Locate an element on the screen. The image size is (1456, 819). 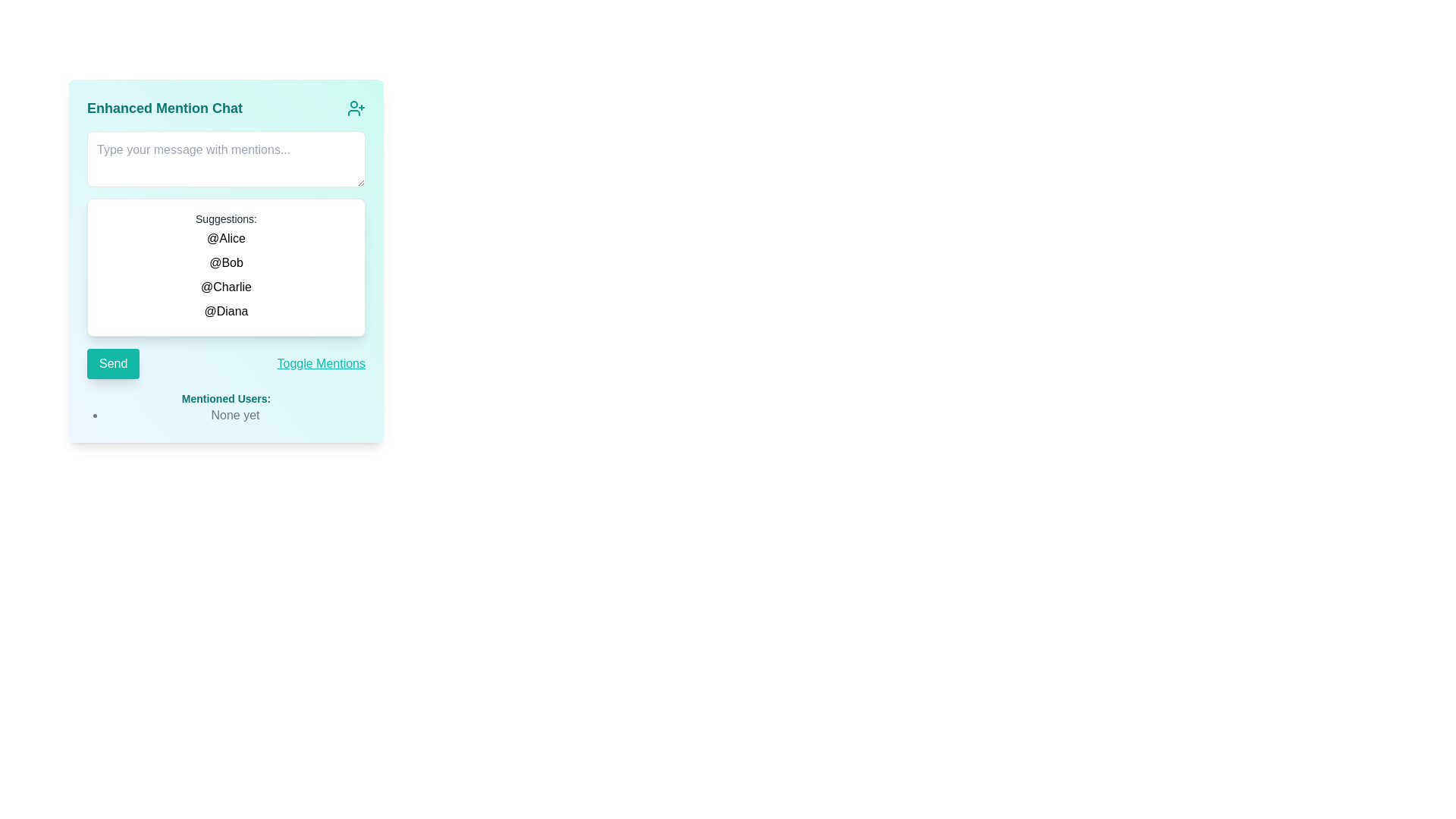
the text indicating that no users have been mentioned in the context of the chat, which is part of the 'Mentioned Users:' section at the bottom of the chat interface is located at coordinates (234, 415).